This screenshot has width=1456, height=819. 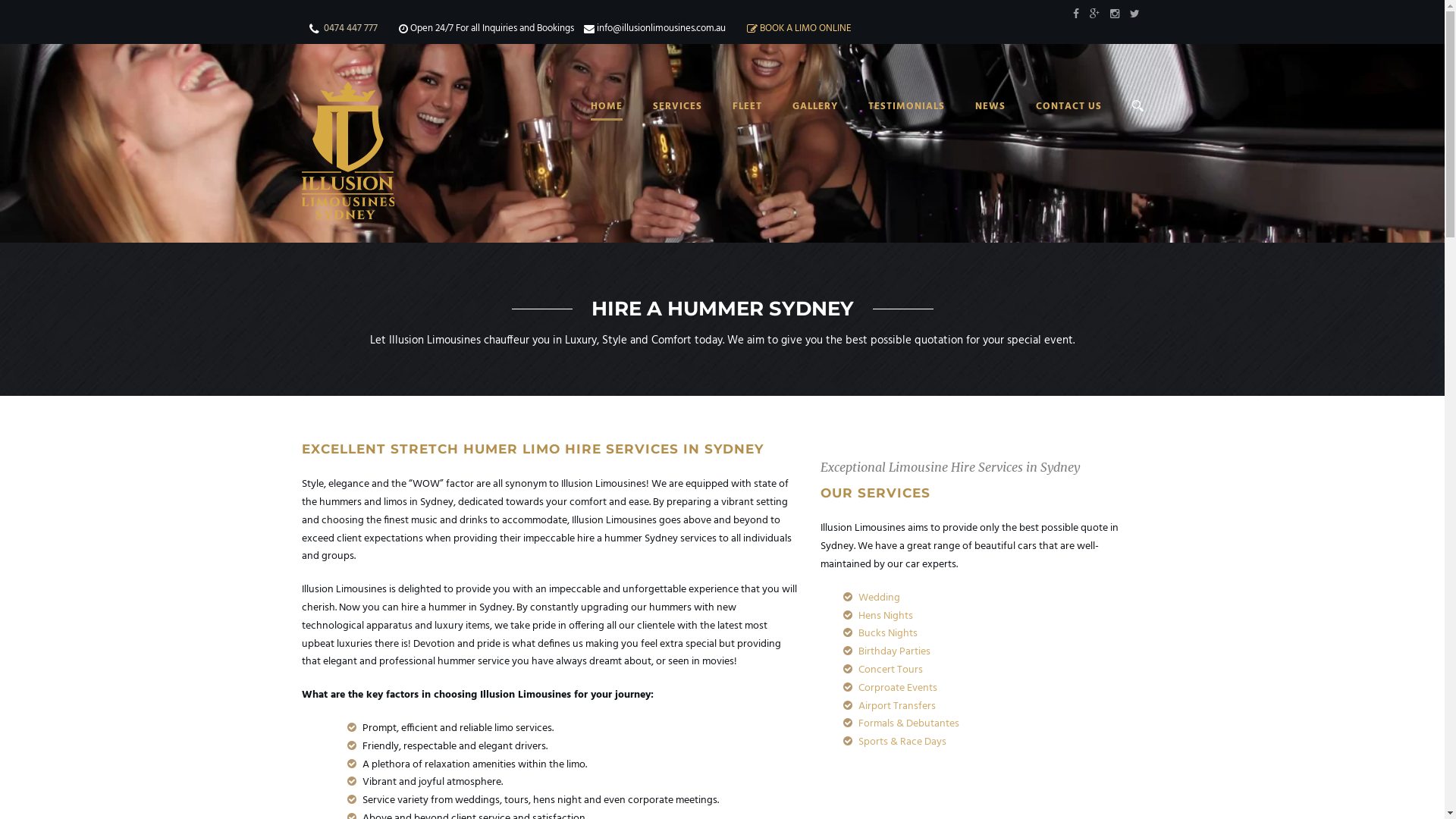 I want to click on '0474 447 777 ', so click(x=350, y=28).